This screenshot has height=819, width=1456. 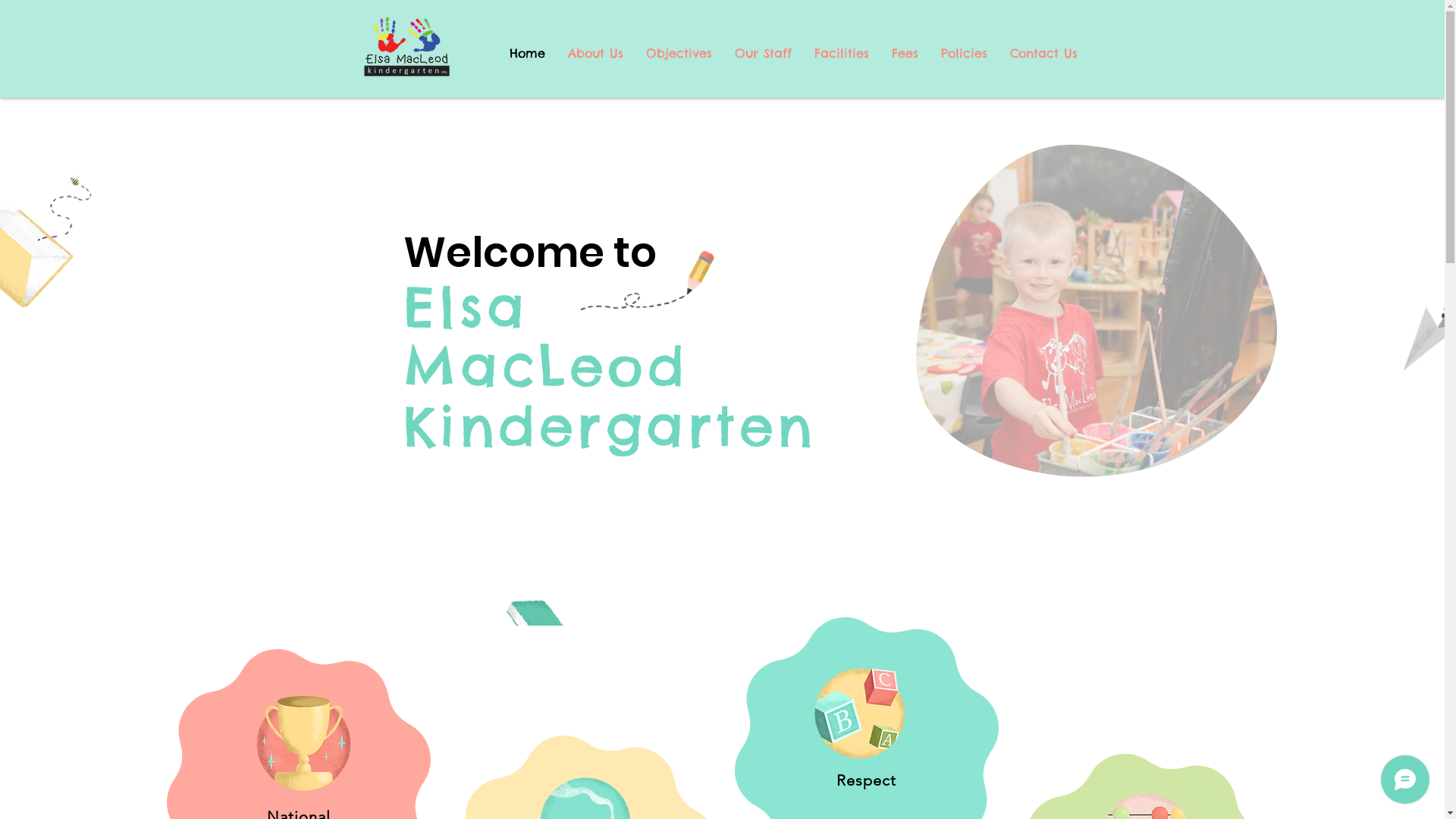 I want to click on 'Contact Us', so click(x=1042, y=52).